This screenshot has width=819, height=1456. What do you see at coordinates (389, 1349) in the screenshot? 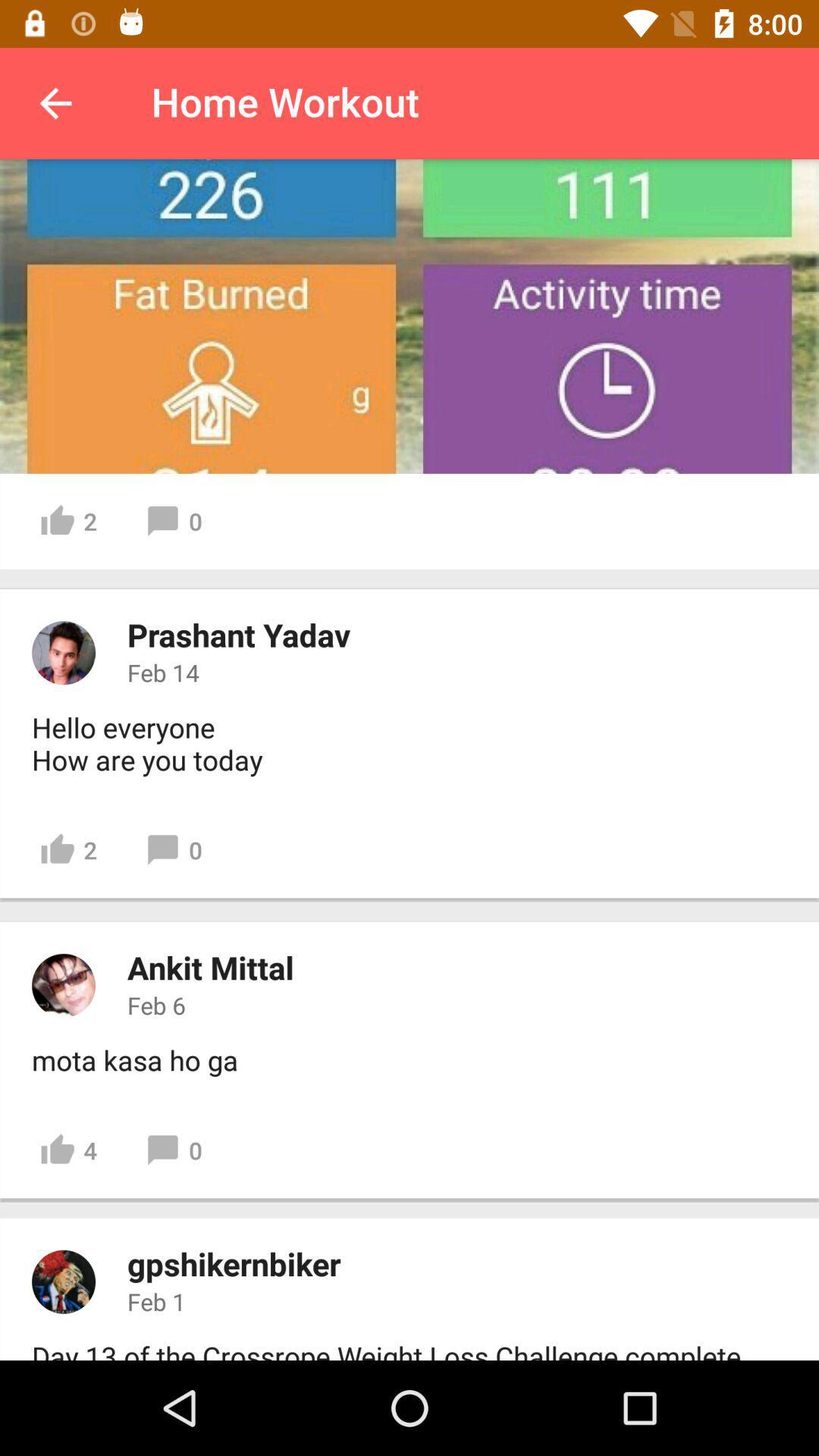
I see `day 13 of item` at bounding box center [389, 1349].